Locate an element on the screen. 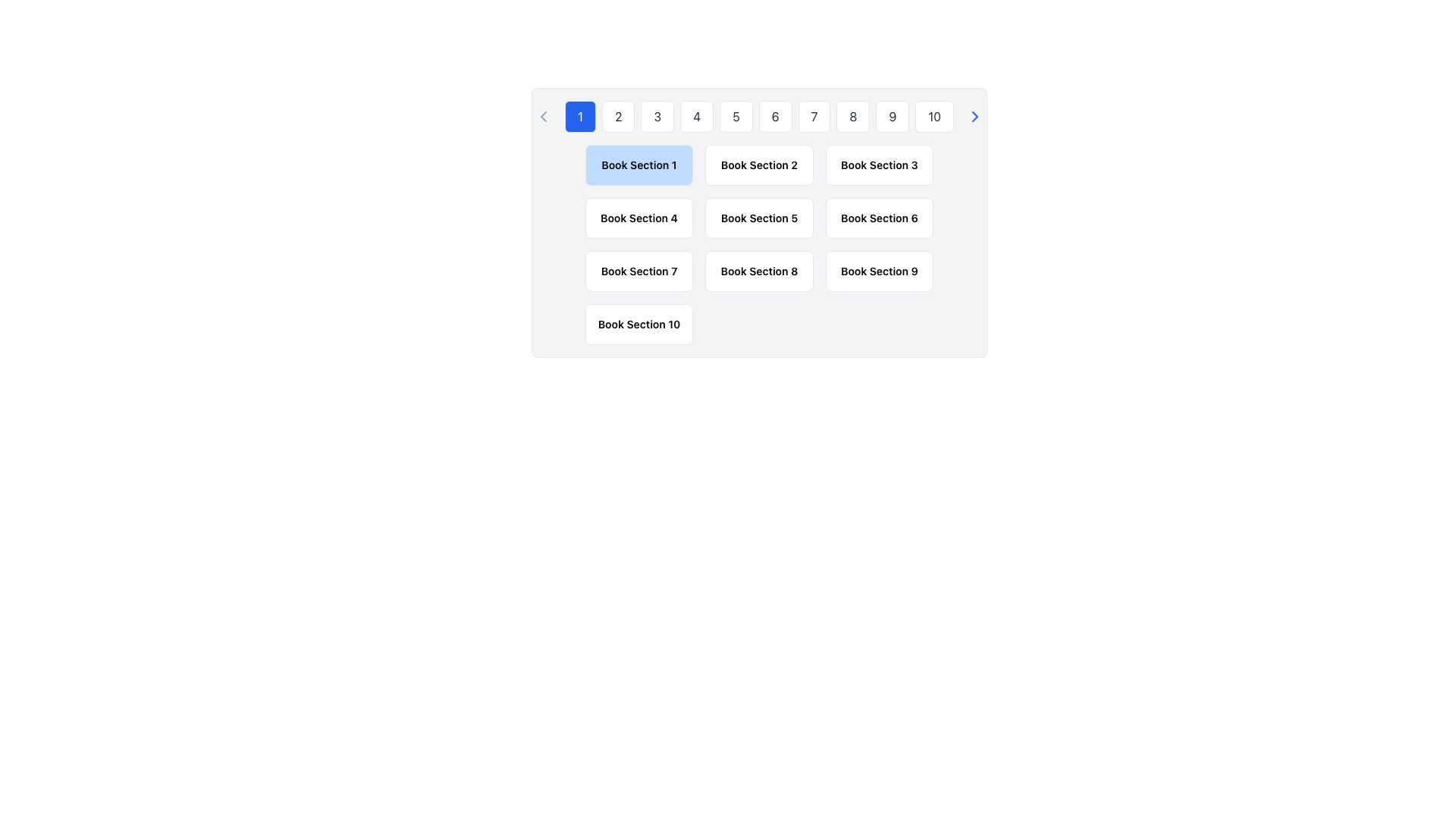  the rectangular button labeled 'Book Section 7' is located at coordinates (639, 271).